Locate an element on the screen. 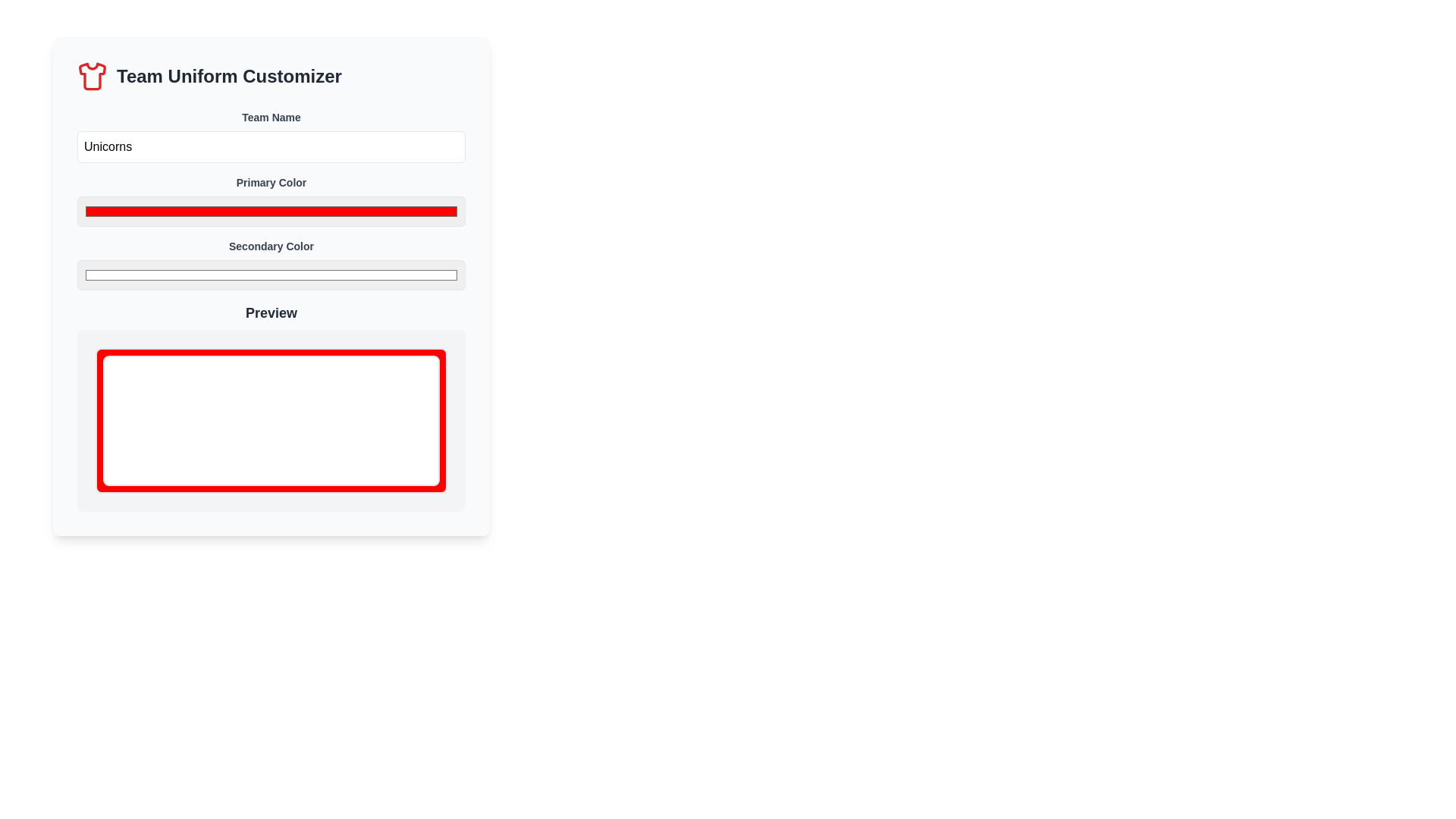 This screenshot has width=1456, height=819. the shirt icon in the 'Team Uniform Customizer' section header to initiate an action is located at coordinates (271, 76).